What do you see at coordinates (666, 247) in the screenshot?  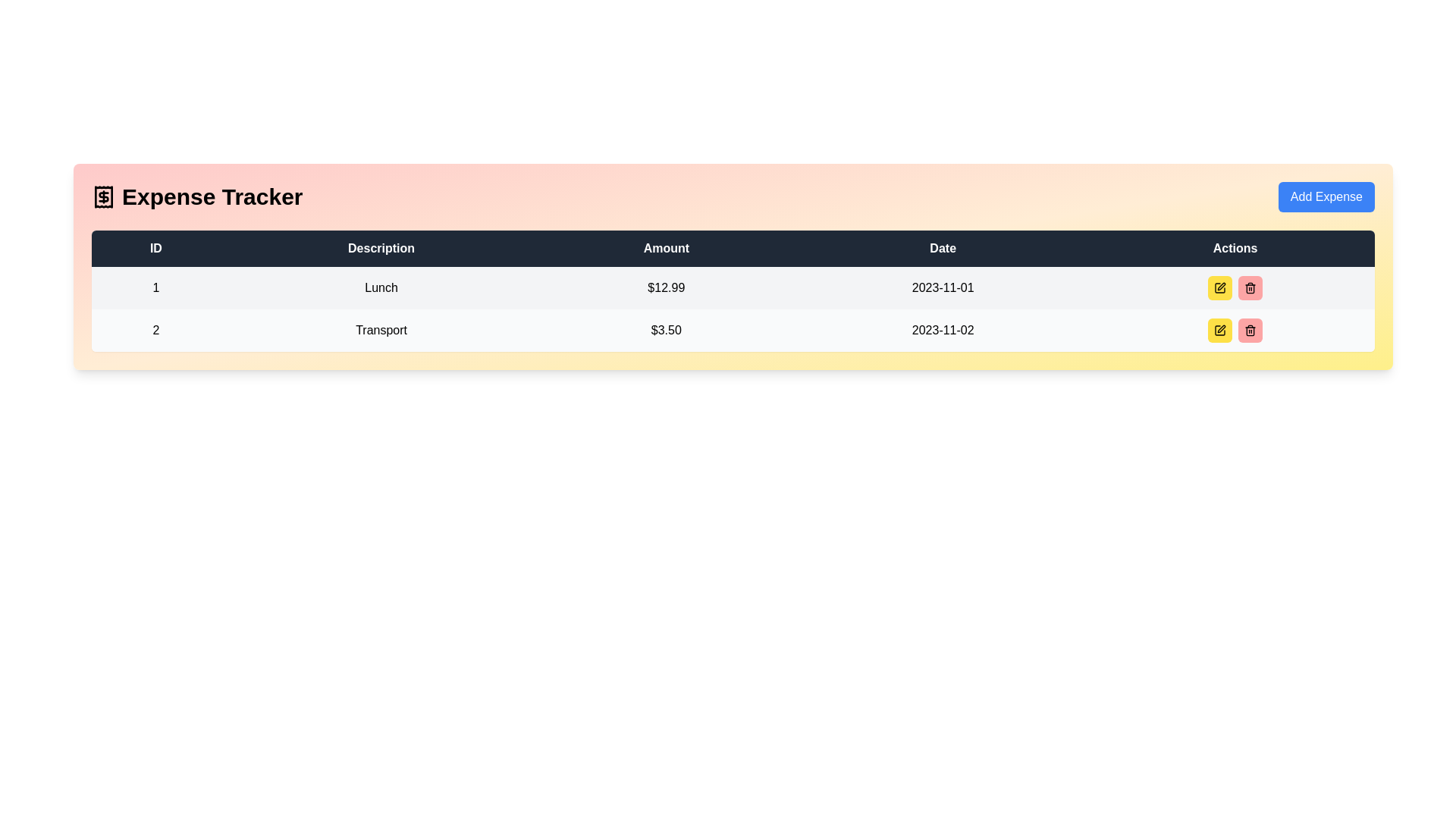 I see `the 'Amount' header label in the table, which is the third header in the sequence following 'ID' and 'Description'` at bounding box center [666, 247].